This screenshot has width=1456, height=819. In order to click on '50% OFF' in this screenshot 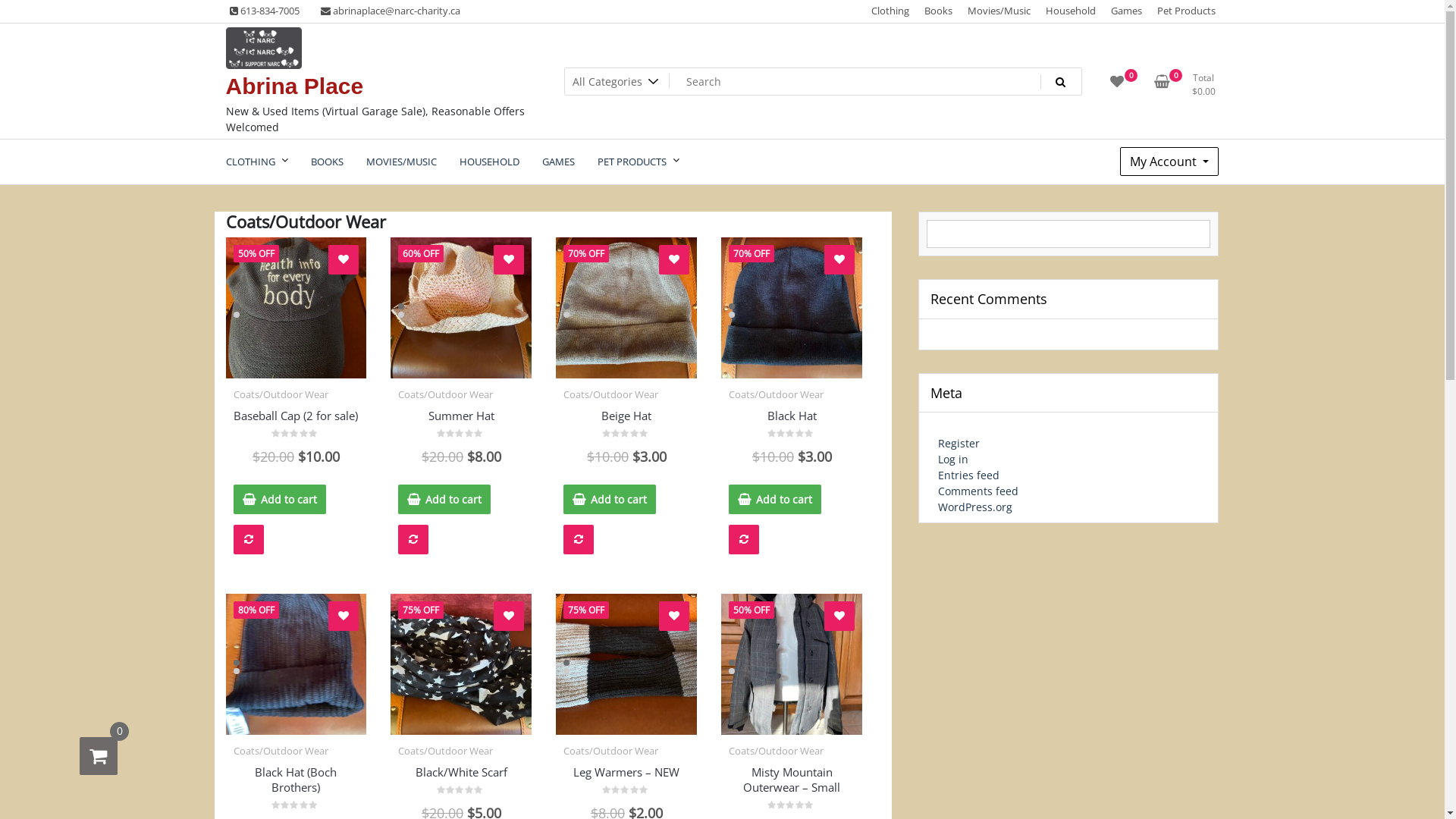, I will do `click(296, 307)`.